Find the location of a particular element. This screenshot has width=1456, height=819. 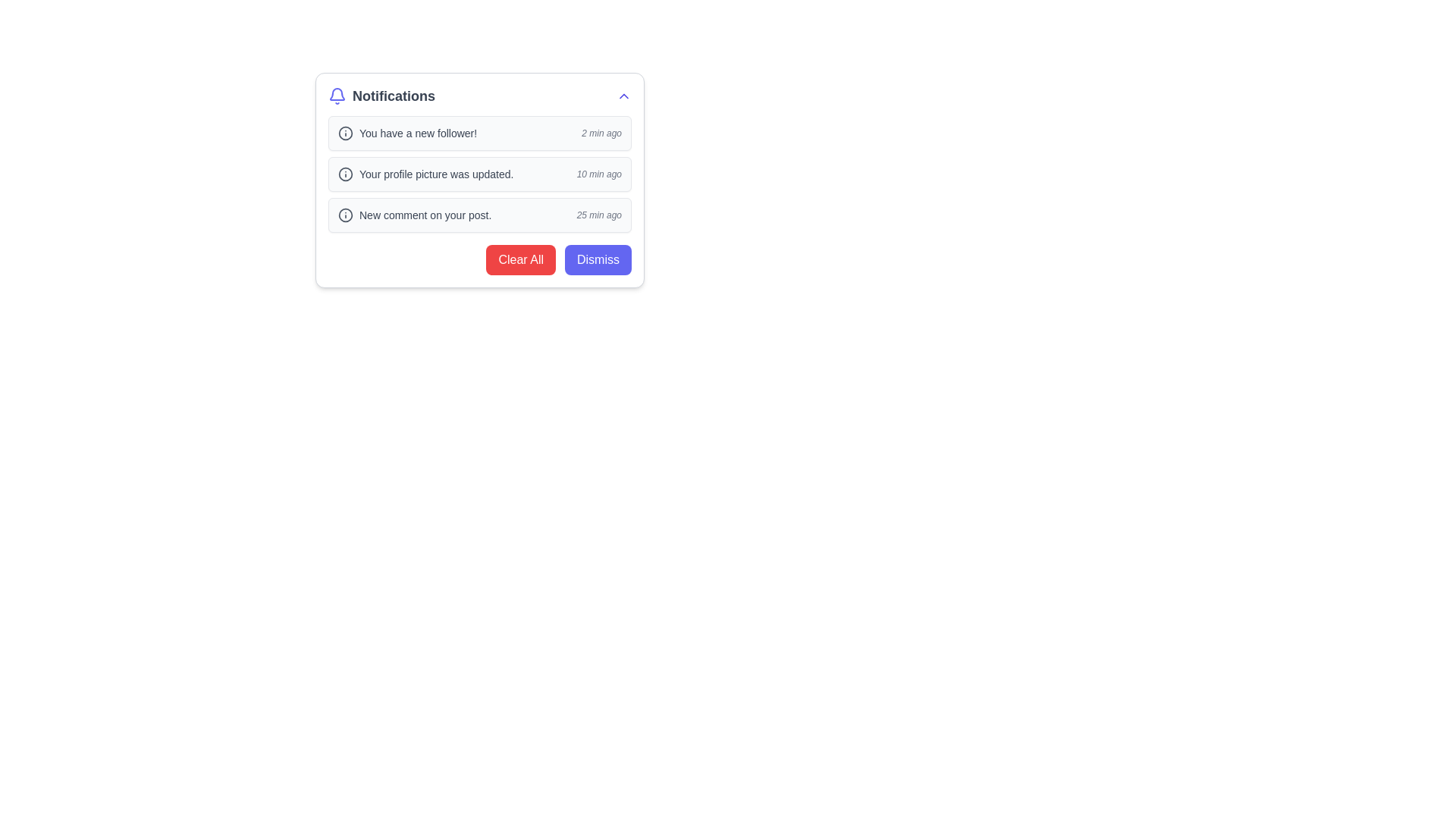

the Text label indicating notifications, located to the right of the notification bell icon in the notification dropdown panel is located at coordinates (394, 96).